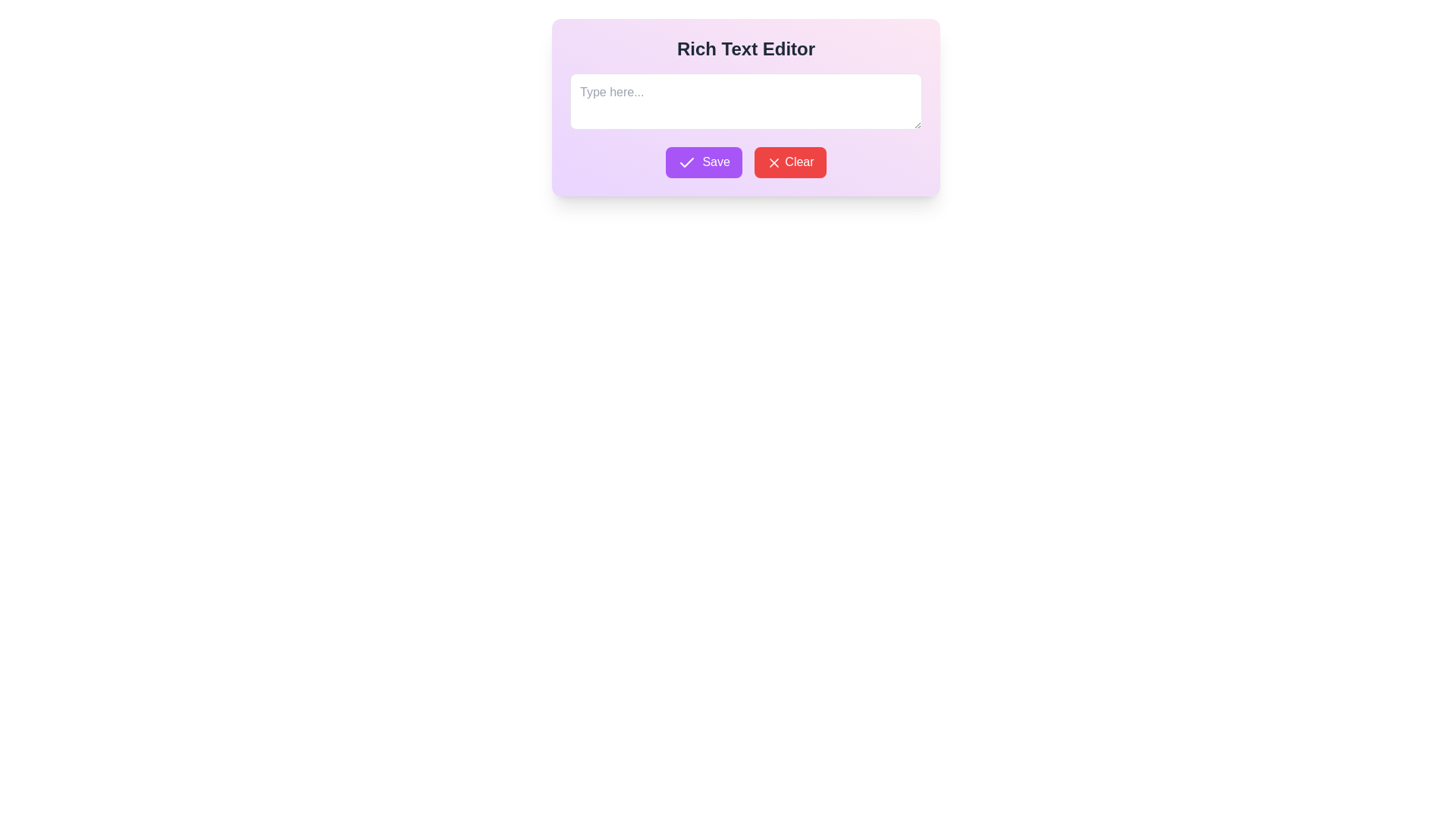 This screenshot has height=819, width=1456. I want to click on title label located at the top-center of the card layout, which serves as a header for the section, so click(745, 49).